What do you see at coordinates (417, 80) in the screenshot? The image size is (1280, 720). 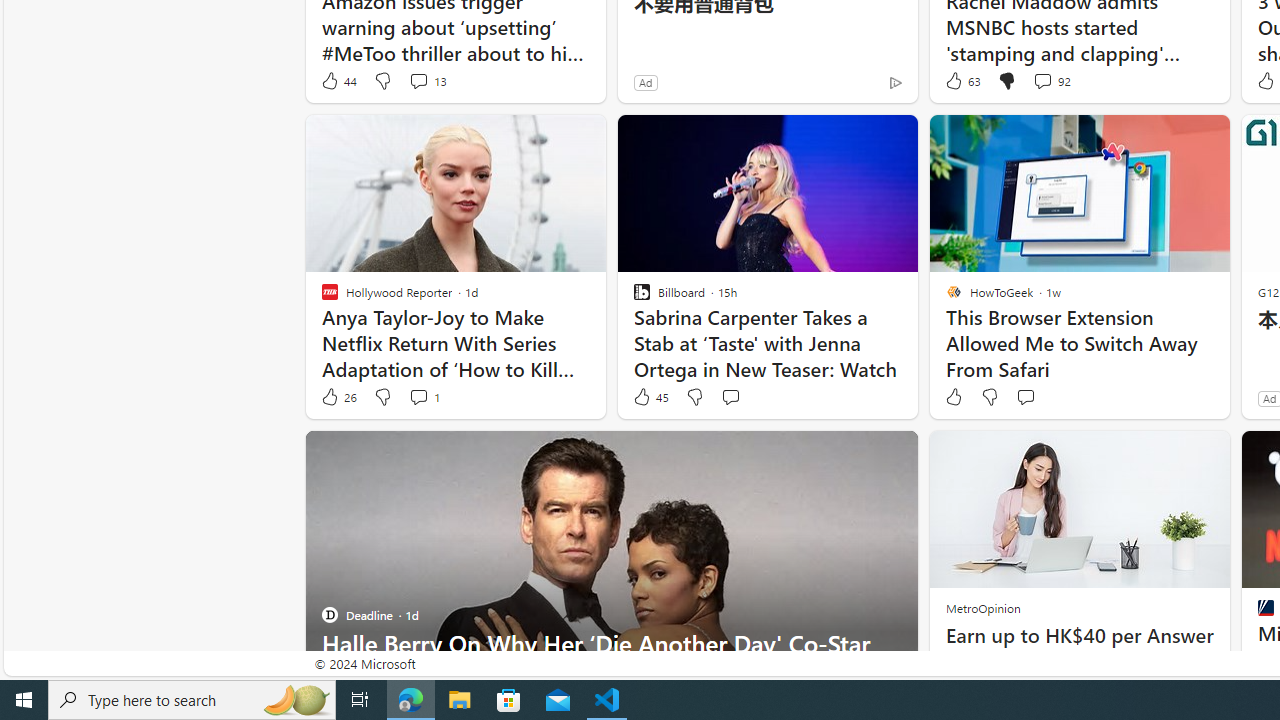 I see `'View comments 13 Comment'` at bounding box center [417, 80].